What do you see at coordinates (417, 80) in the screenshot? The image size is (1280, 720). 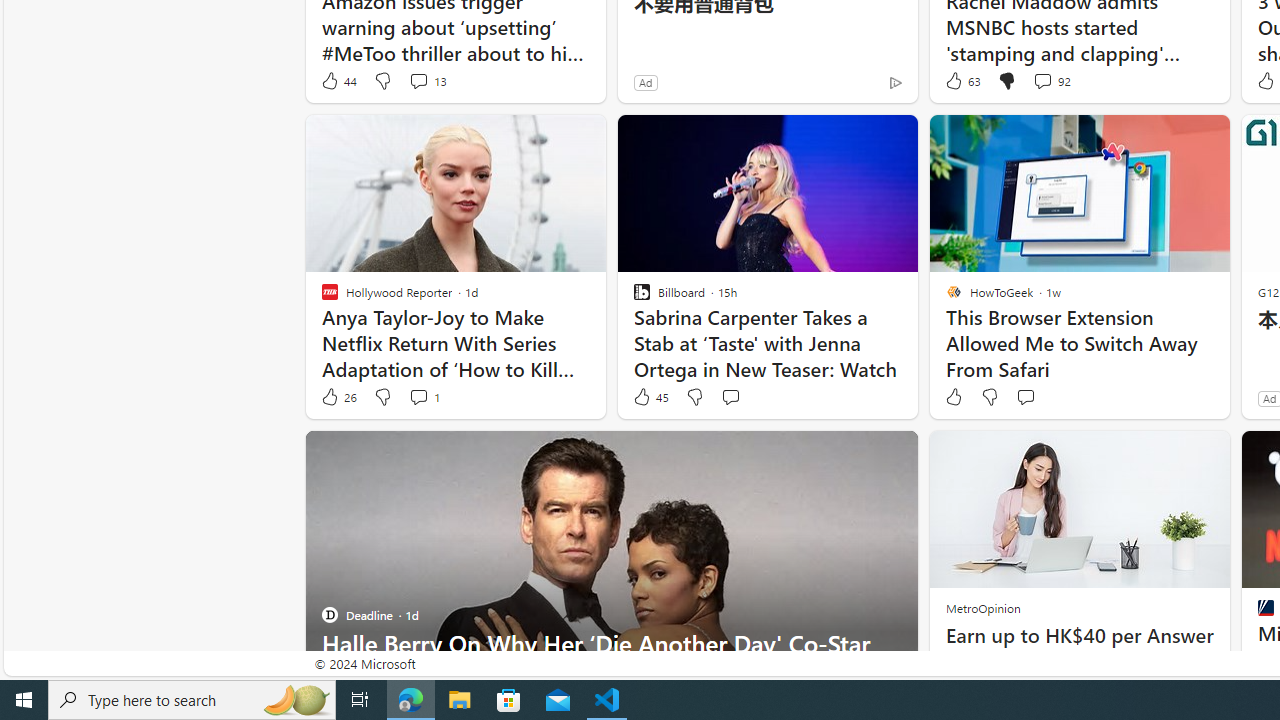 I see `'View comments 13 Comment'` at bounding box center [417, 80].